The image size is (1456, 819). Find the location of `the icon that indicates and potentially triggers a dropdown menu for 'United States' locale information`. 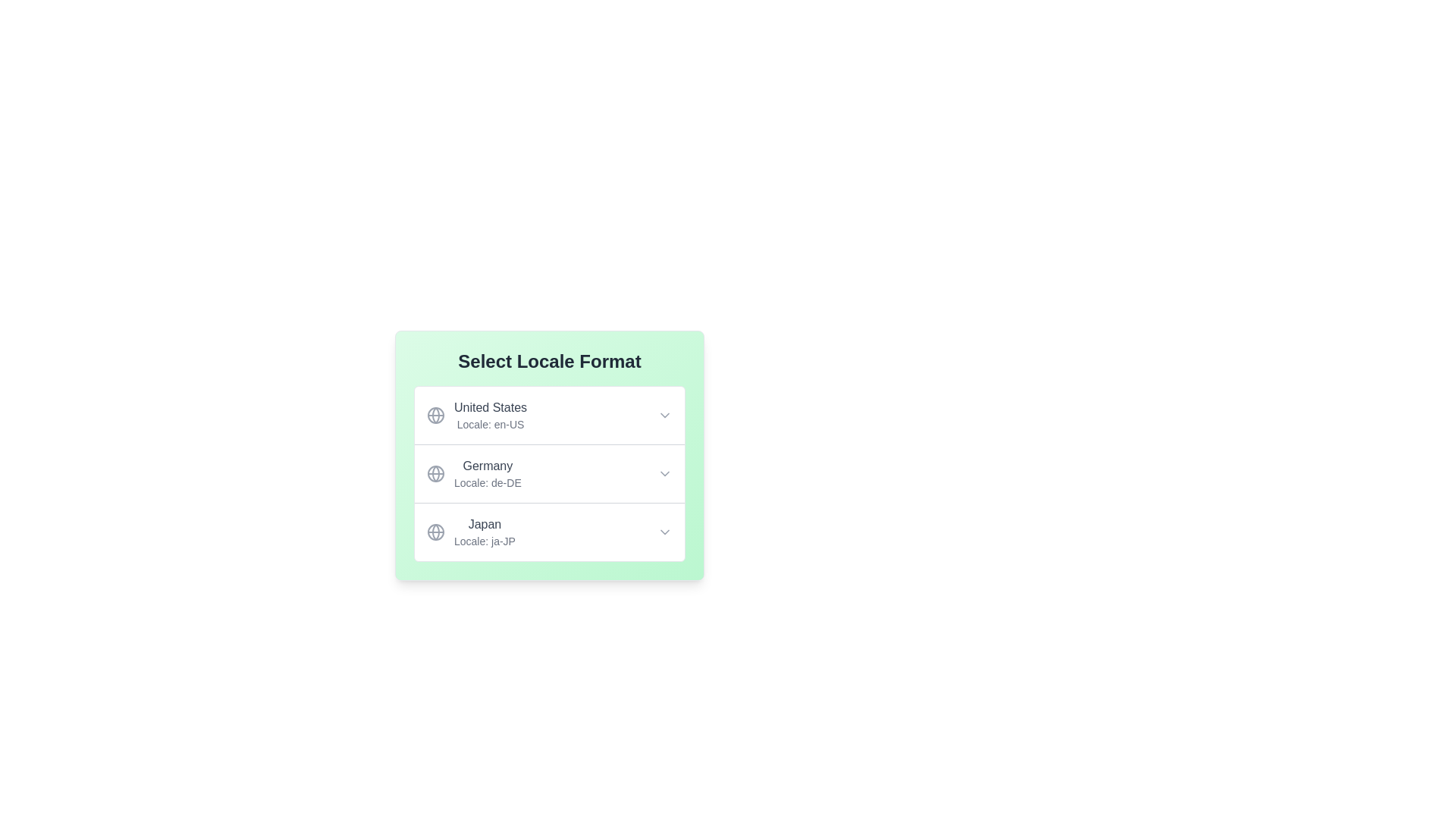

the icon that indicates and potentially triggers a dropdown menu for 'United States' locale information is located at coordinates (665, 415).